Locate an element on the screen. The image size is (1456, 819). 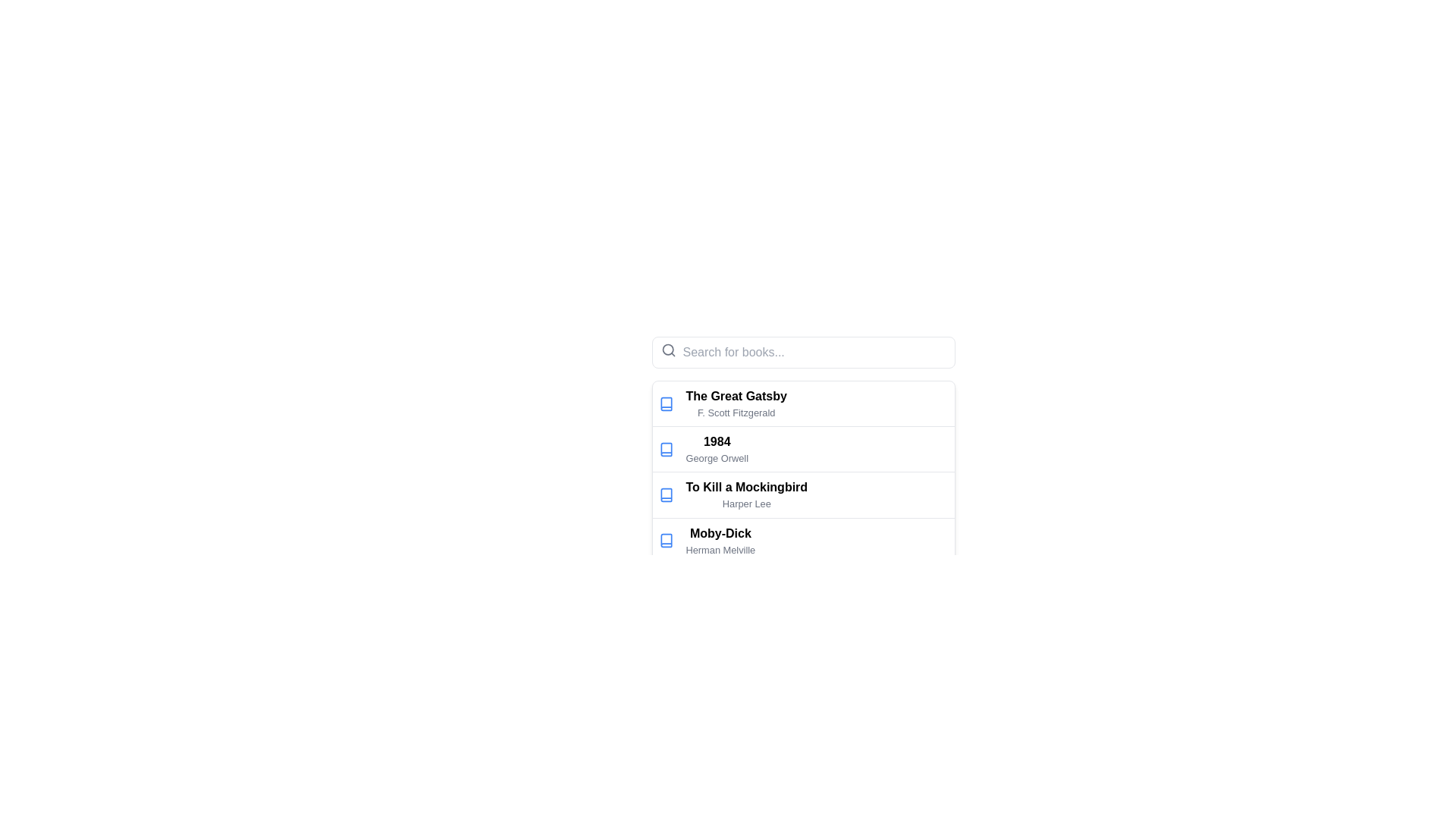
the blue book icon located at the top-left corner of the row for 'Moby-Dick' by Herman Melville is located at coordinates (666, 540).